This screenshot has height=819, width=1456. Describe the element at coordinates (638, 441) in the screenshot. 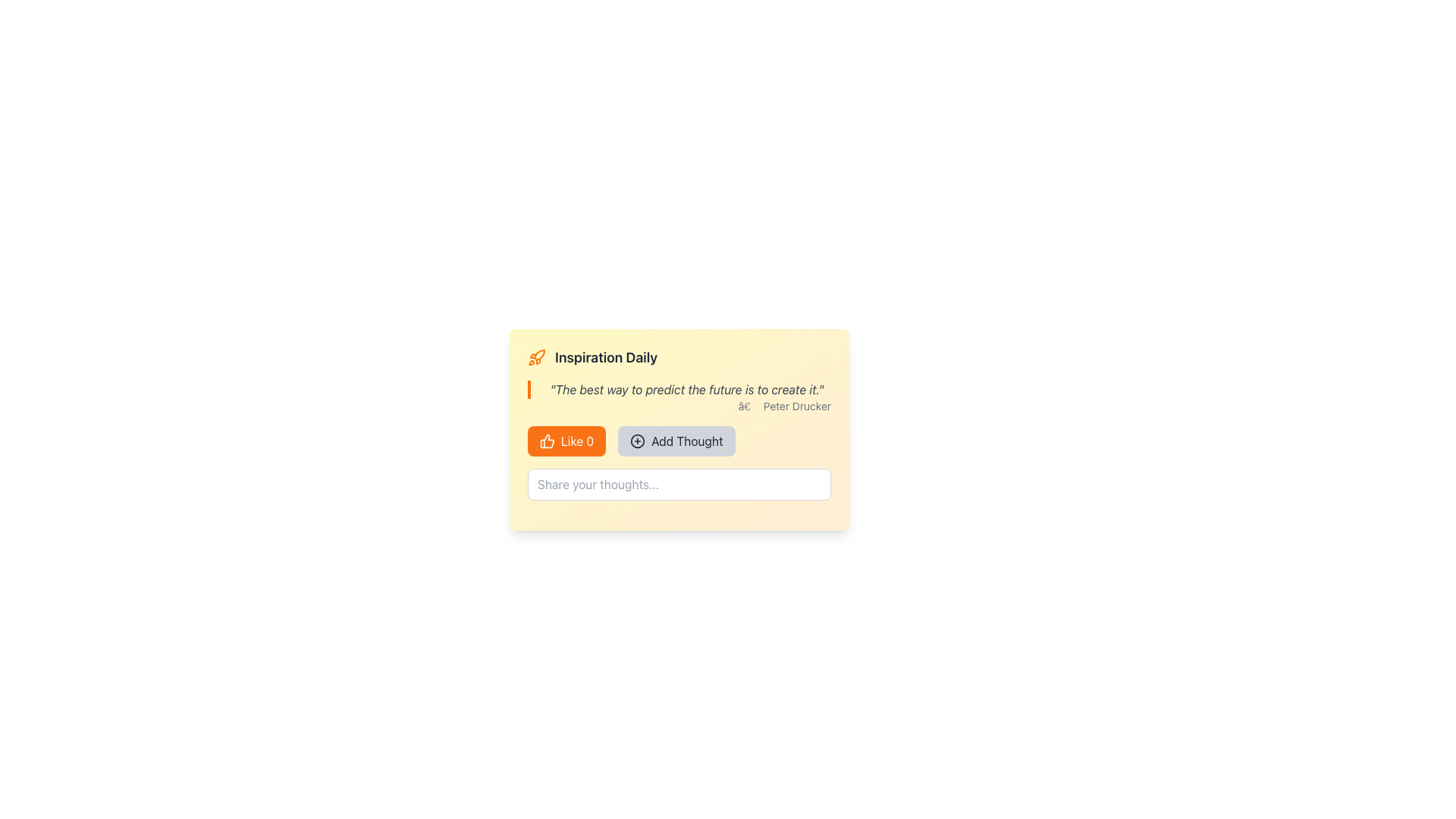

I see `the SVG Circle element that serves as the background within the icon located near the bottom-right of the main content area, adjacent to the 'Like' and 'Add Thought' buttons` at that location.